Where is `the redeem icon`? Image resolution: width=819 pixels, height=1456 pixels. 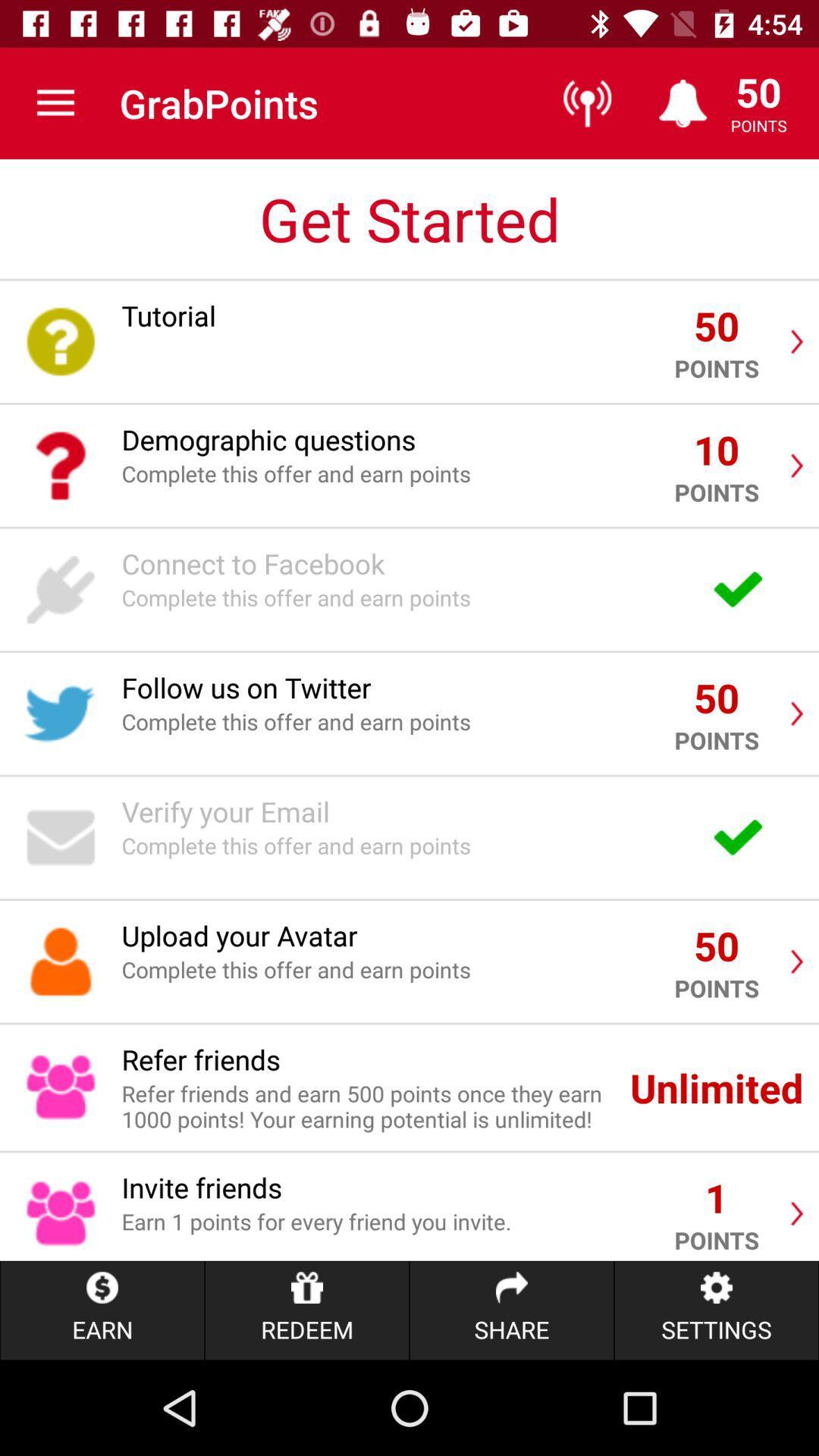
the redeem icon is located at coordinates (307, 1310).